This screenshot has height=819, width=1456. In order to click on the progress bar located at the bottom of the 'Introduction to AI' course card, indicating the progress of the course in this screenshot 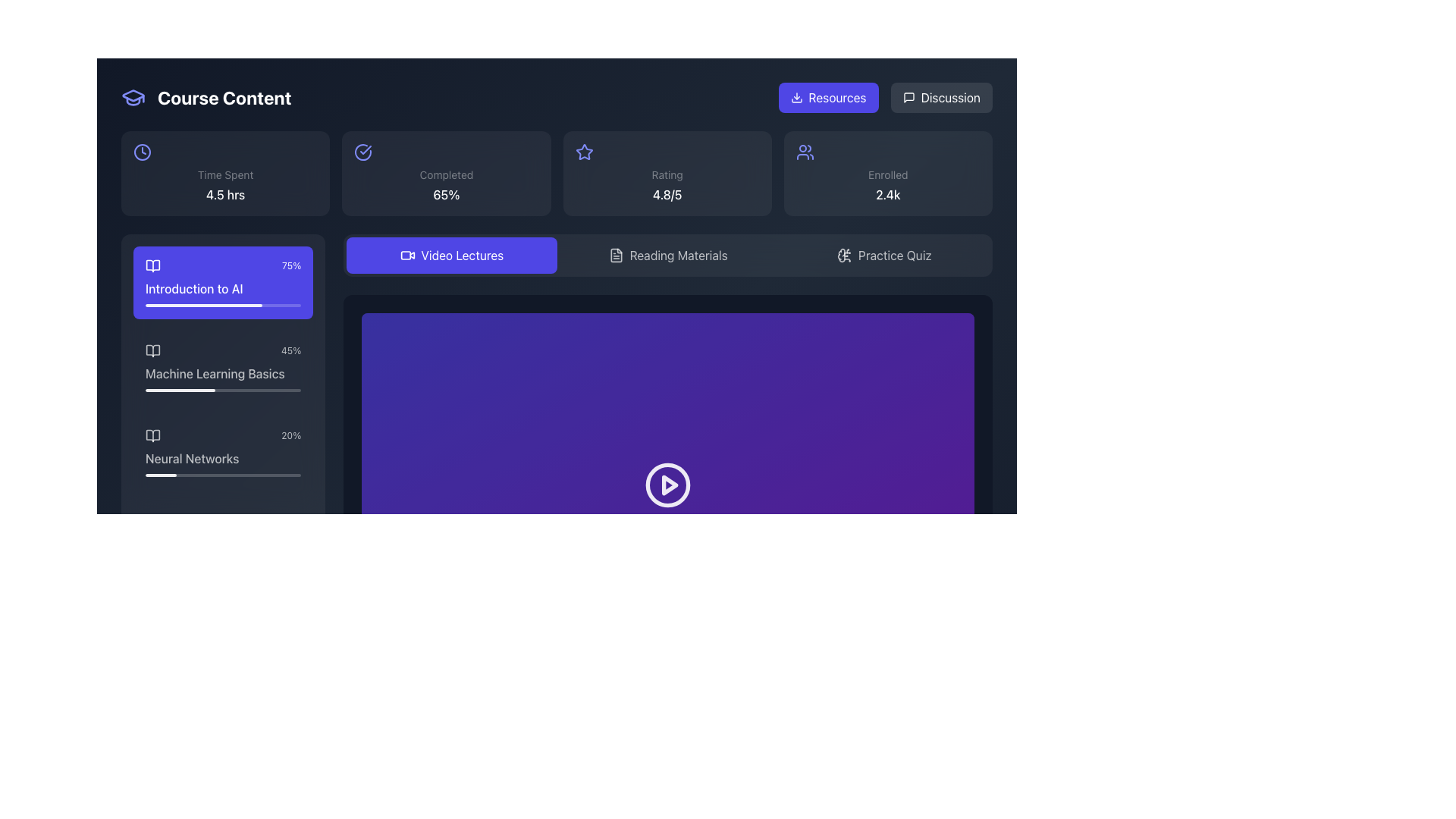, I will do `click(222, 305)`.